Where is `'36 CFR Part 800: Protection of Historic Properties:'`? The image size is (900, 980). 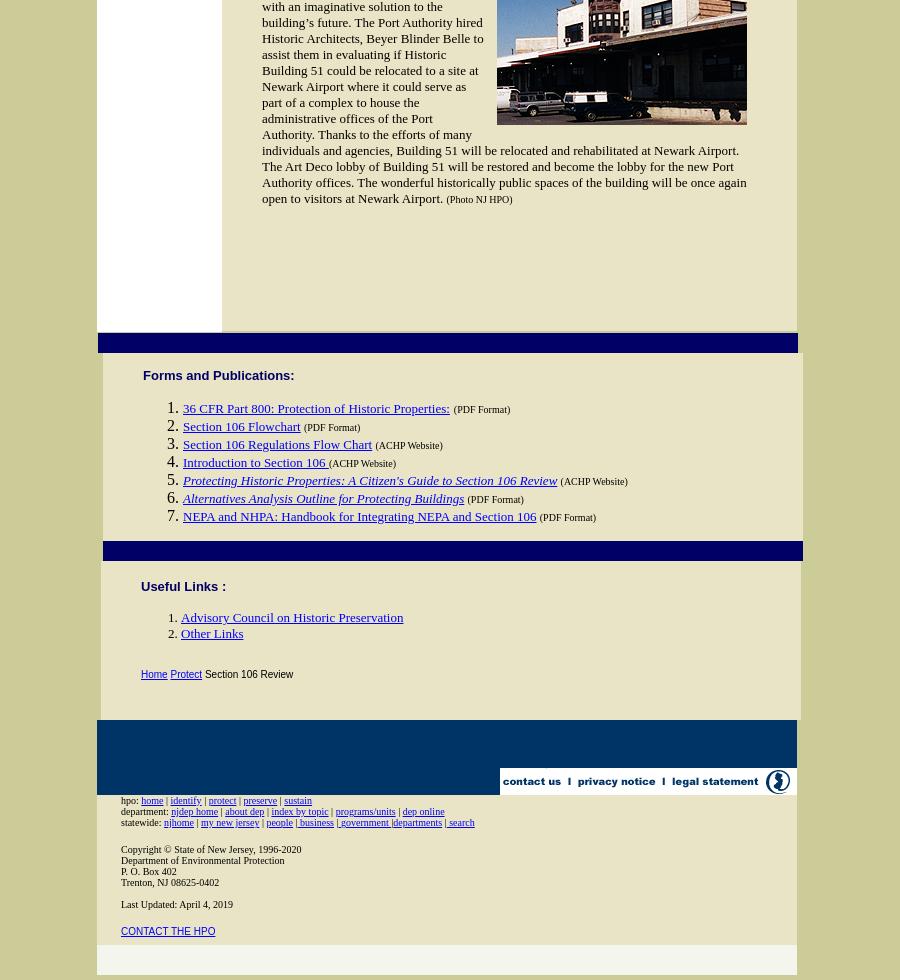
'36 CFR Part 800: Protection of Historic Properties:' is located at coordinates (314, 408).